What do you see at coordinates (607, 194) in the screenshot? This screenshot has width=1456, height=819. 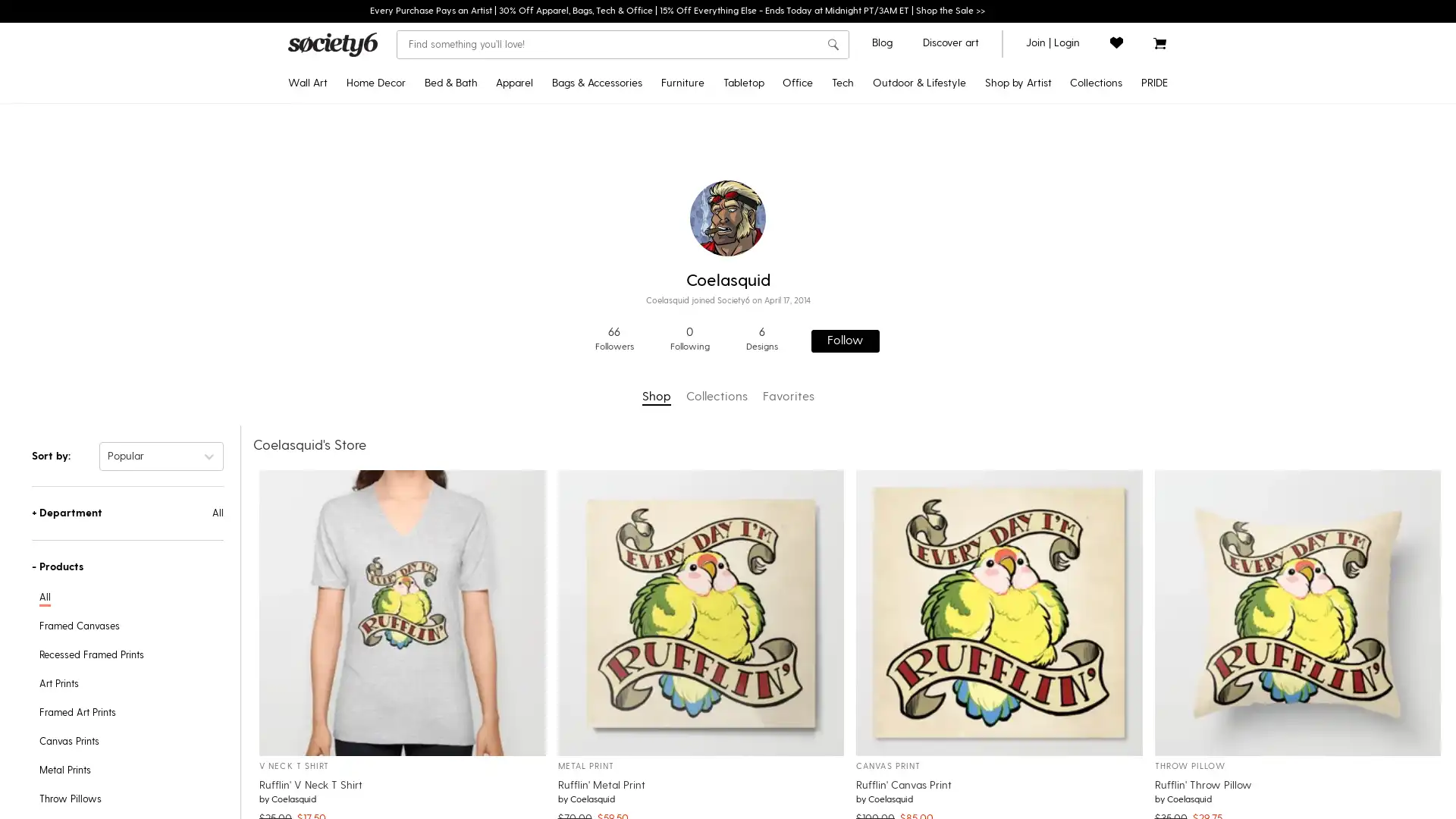 I see `Duffle Bags` at bounding box center [607, 194].